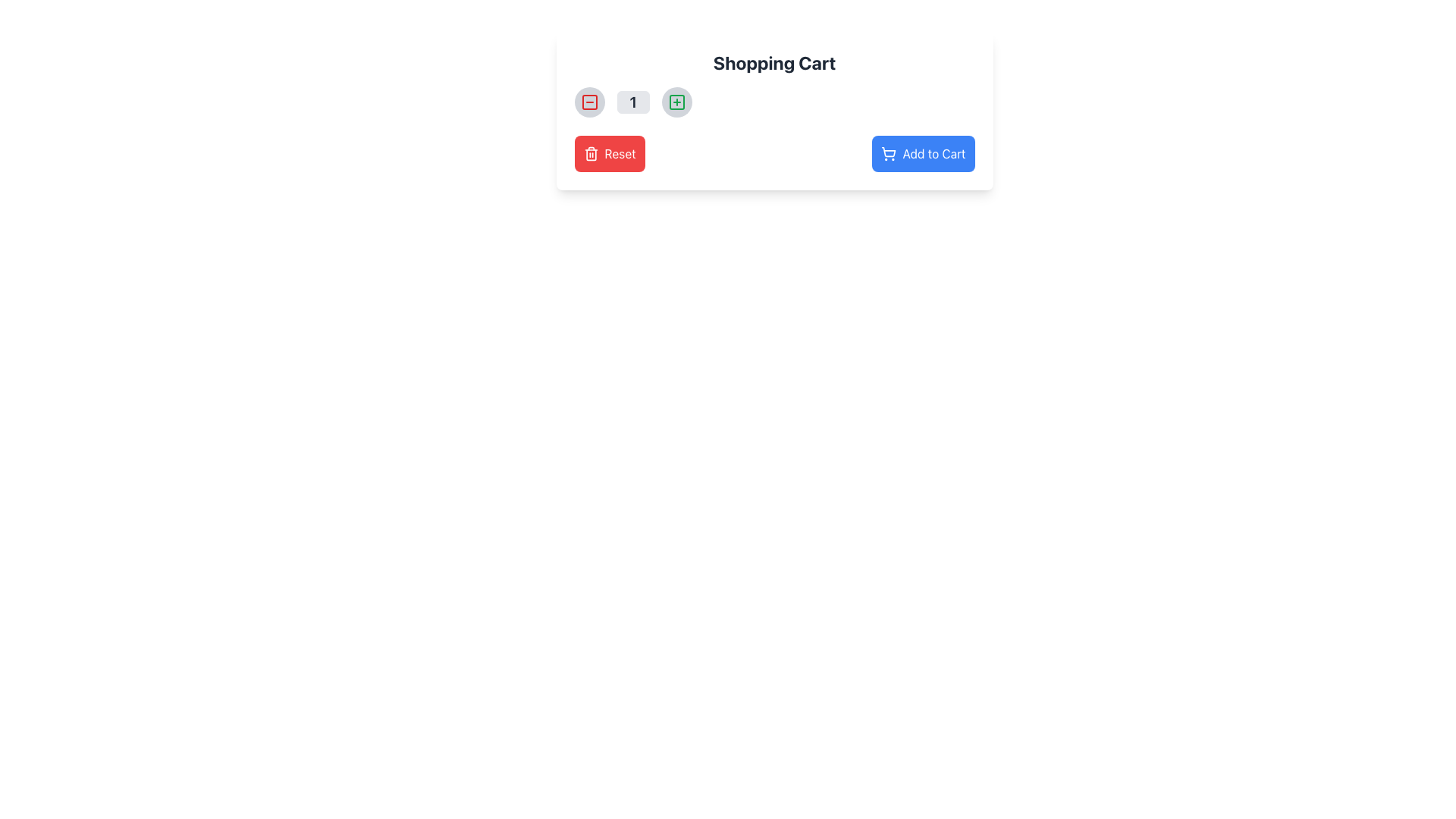 The image size is (1456, 819). What do you see at coordinates (633, 102) in the screenshot?
I see `the static textual display that shows the quantity or count, located below the 'Shopping Cart' header and between the minus and plus circular buttons` at bounding box center [633, 102].